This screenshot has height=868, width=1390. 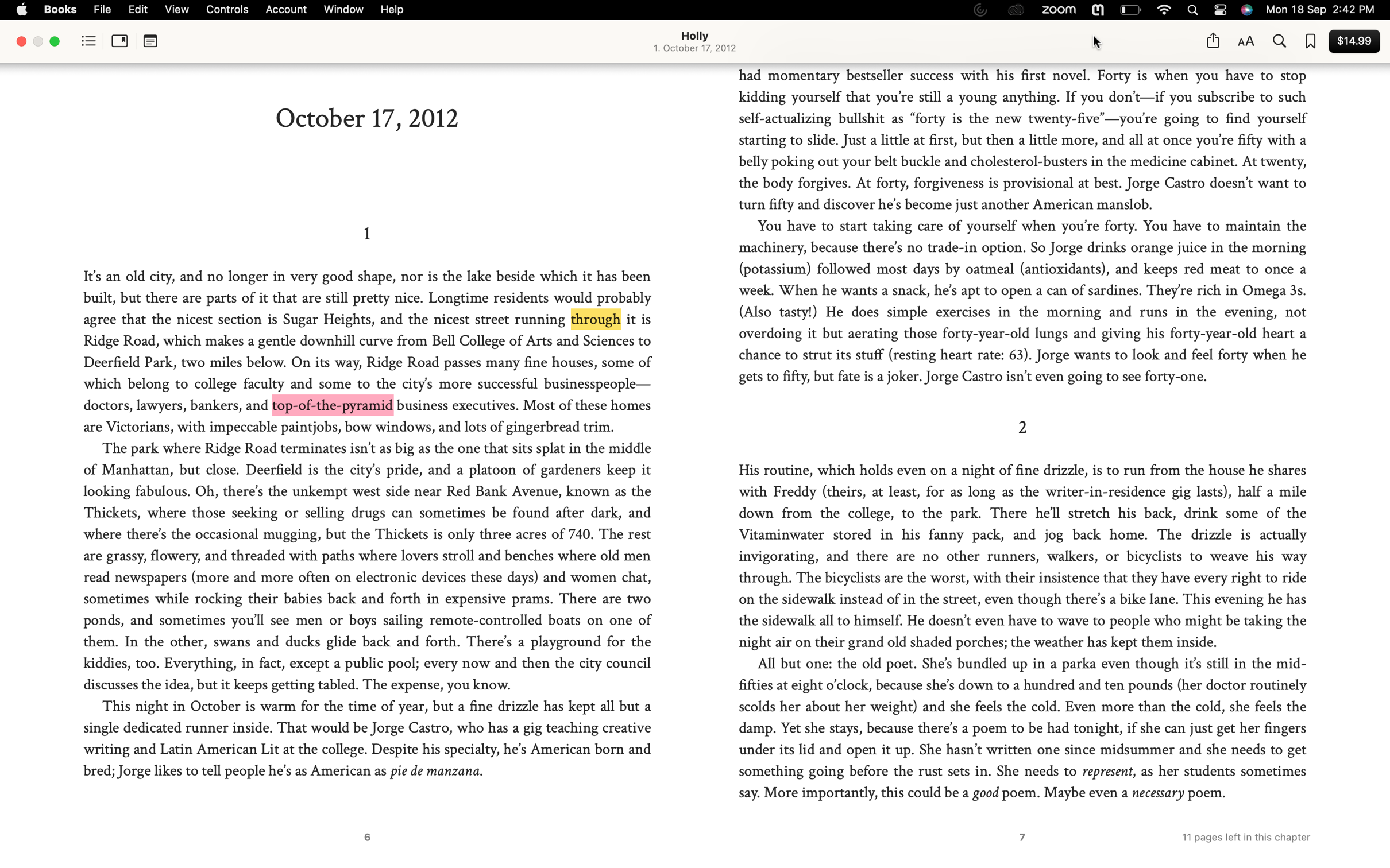 I want to click on Mark the currently open page for future reference and view all marked pages, so click(x=1311, y=42).